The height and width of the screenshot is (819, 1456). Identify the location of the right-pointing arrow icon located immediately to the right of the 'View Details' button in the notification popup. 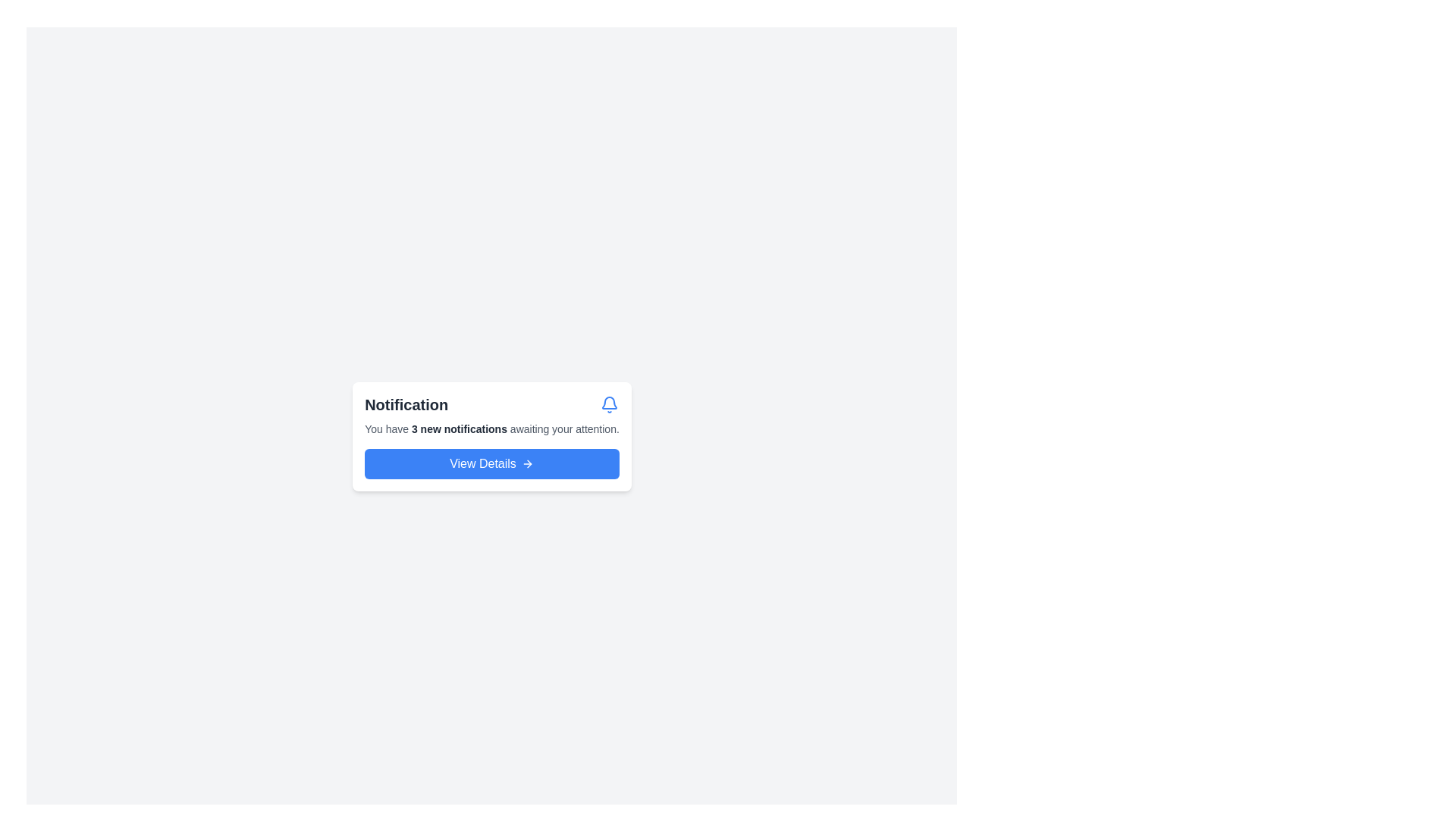
(529, 463).